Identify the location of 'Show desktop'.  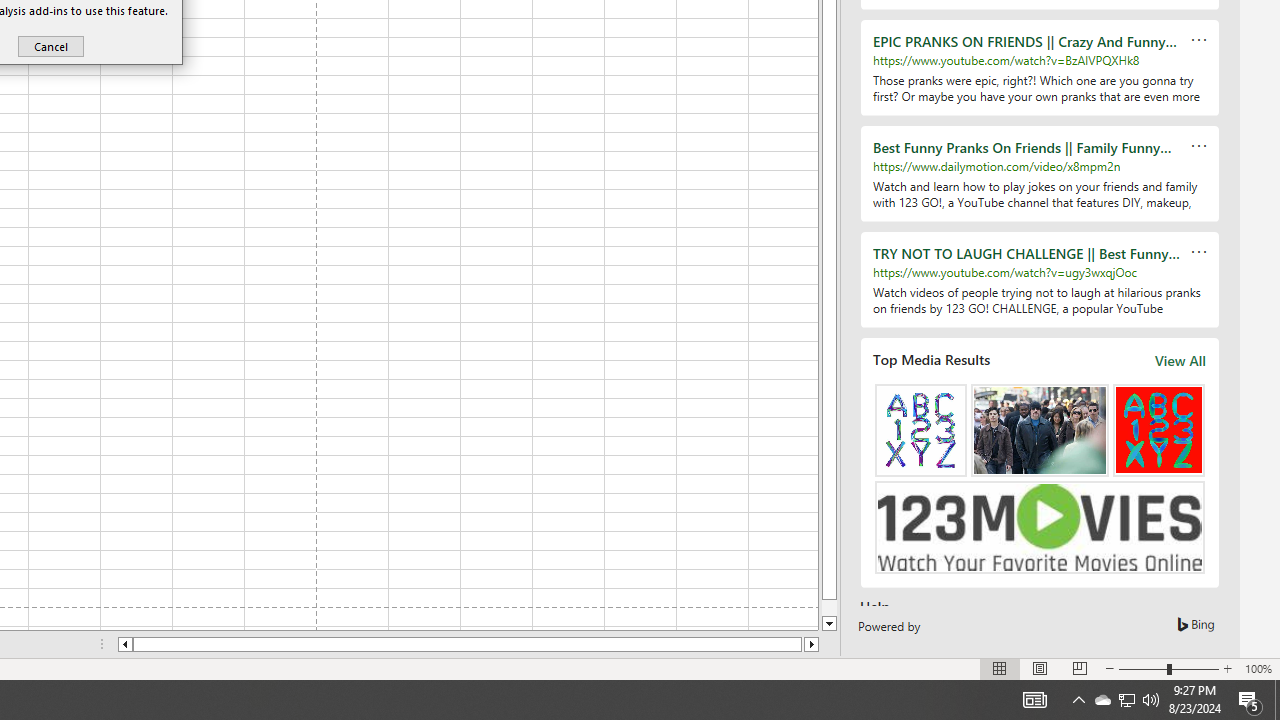
(1276, 698).